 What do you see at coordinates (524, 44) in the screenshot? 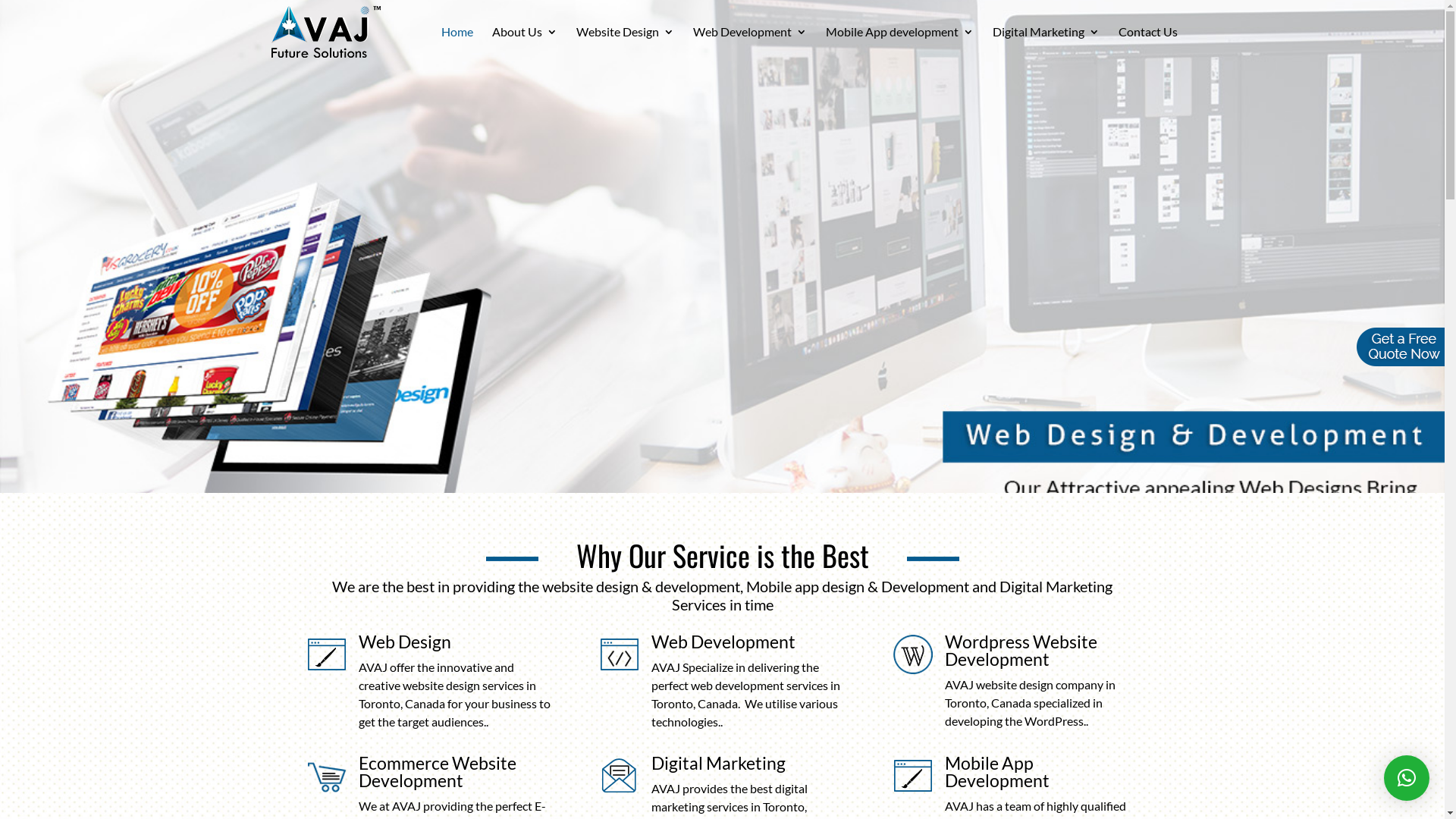
I see `'About Us'` at bounding box center [524, 44].